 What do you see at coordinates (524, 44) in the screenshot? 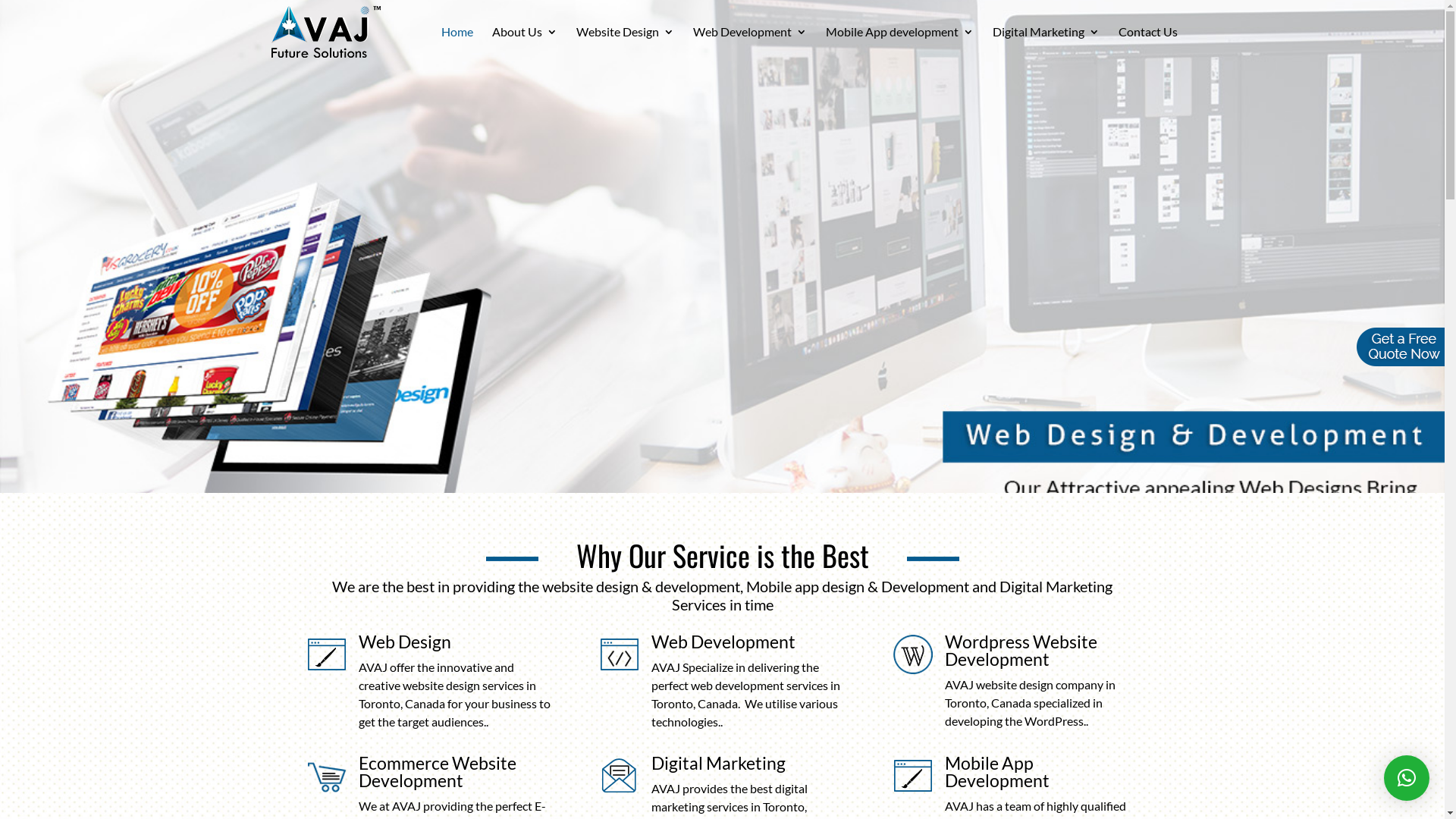
I see `'About Us'` at bounding box center [524, 44].